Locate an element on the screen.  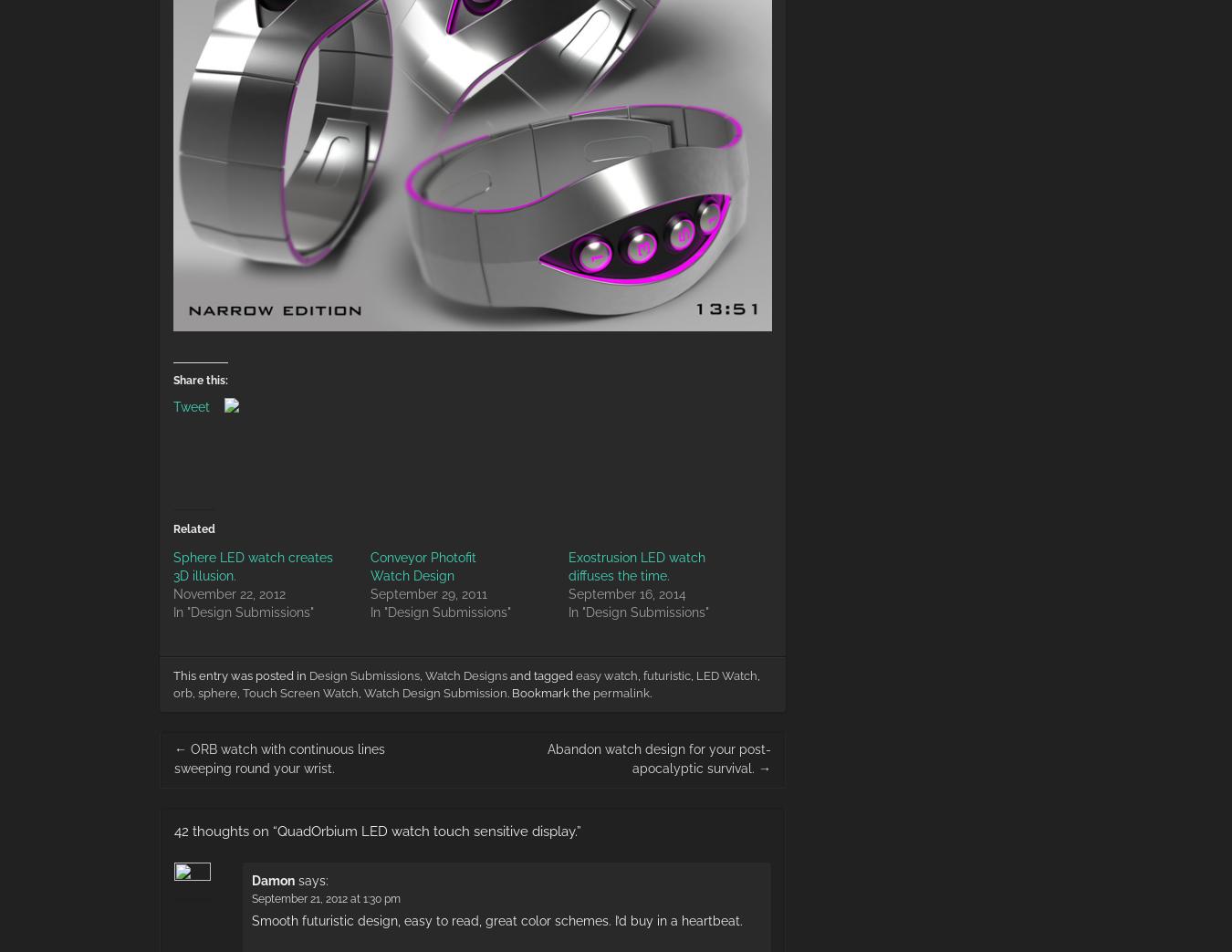
'permalink' is located at coordinates (593, 692).